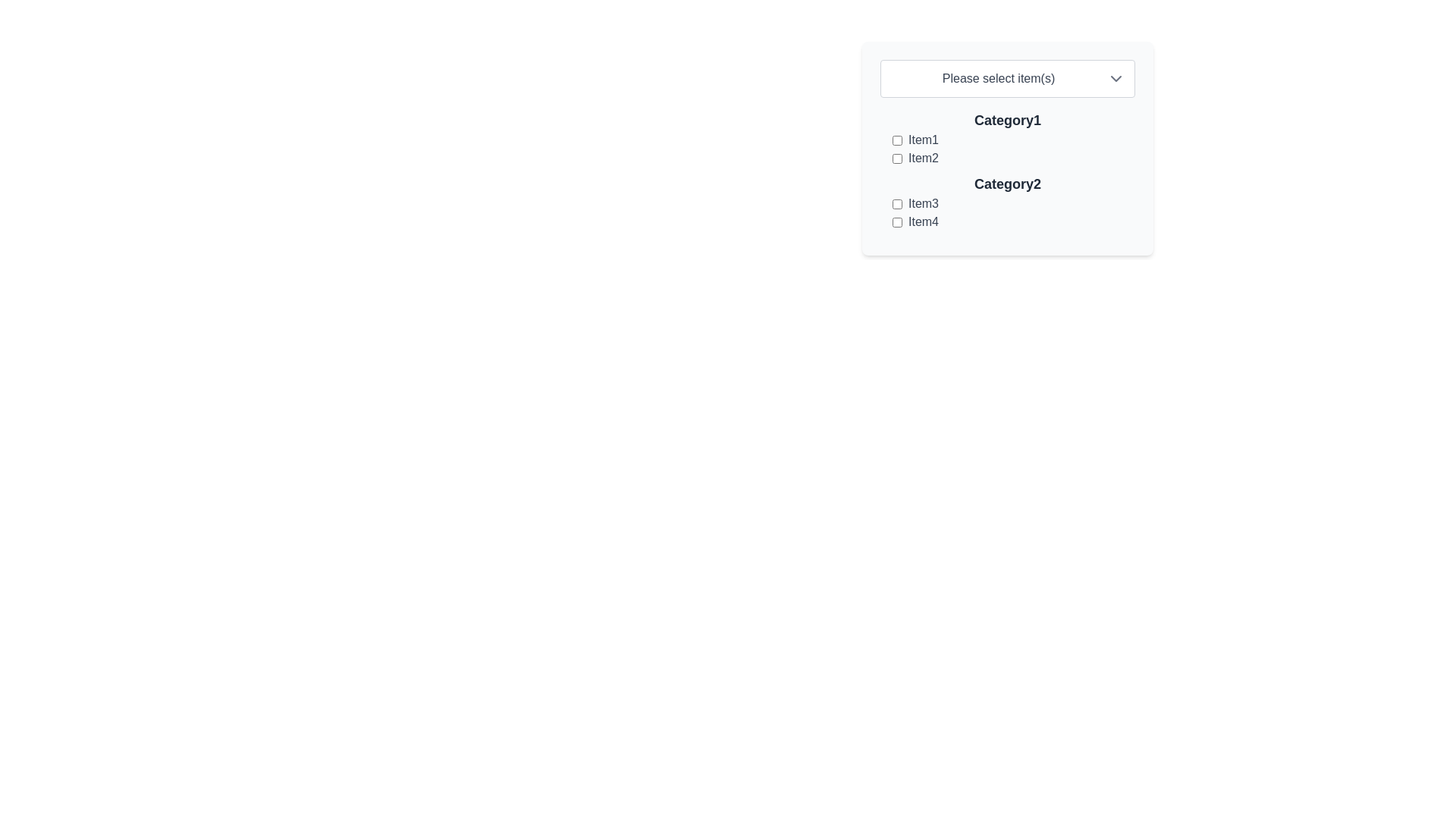 Image resolution: width=1456 pixels, height=819 pixels. What do you see at coordinates (897, 140) in the screenshot?
I see `the checkbox associated with 'Item1'` at bounding box center [897, 140].